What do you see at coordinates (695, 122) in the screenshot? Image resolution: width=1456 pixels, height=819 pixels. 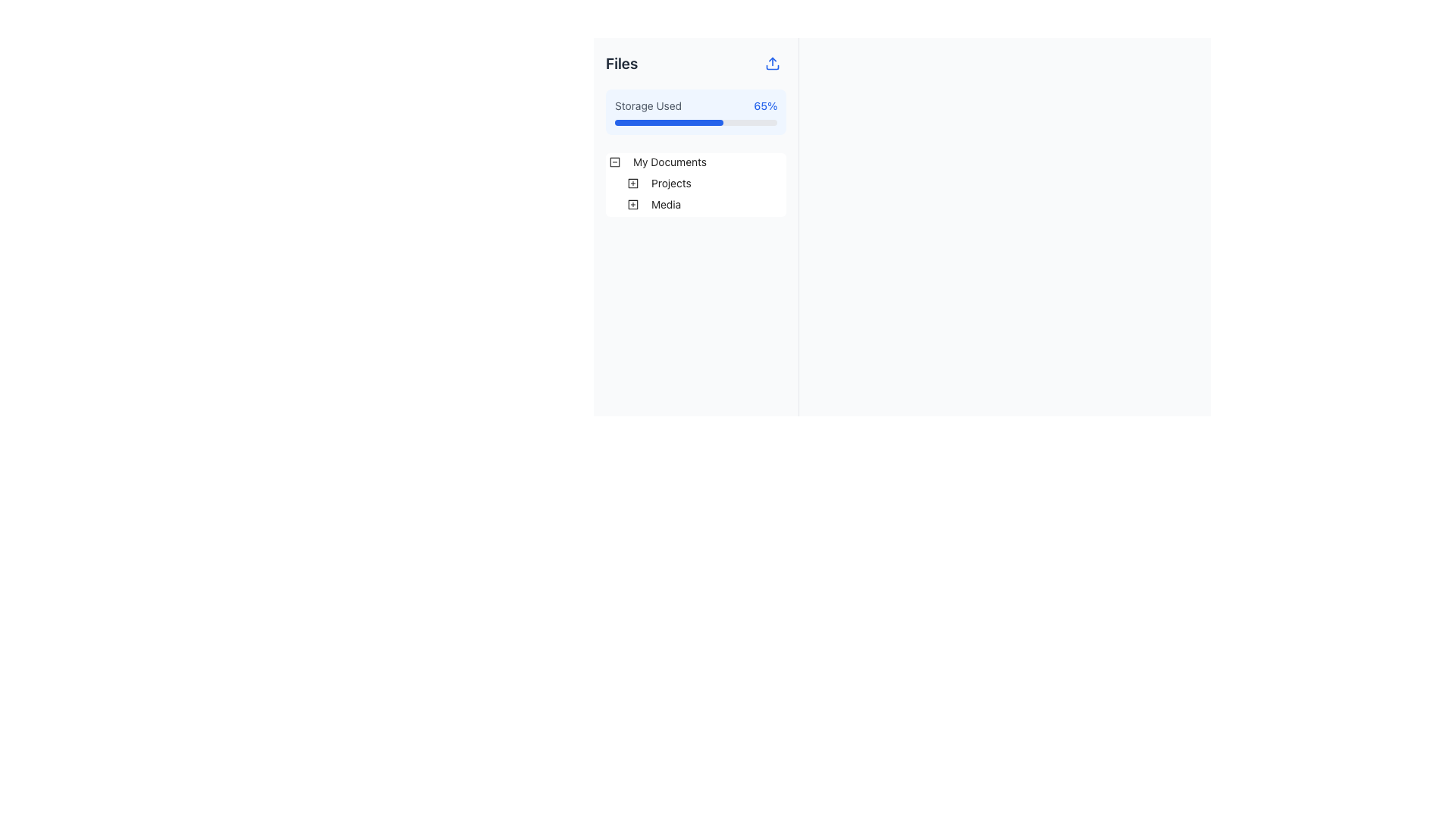 I see `the Progress bar that visually represents the percentage of storage used, located below the text 'Storage Used' and '65%' within the storage usage information card` at bounding box center [695, 122].